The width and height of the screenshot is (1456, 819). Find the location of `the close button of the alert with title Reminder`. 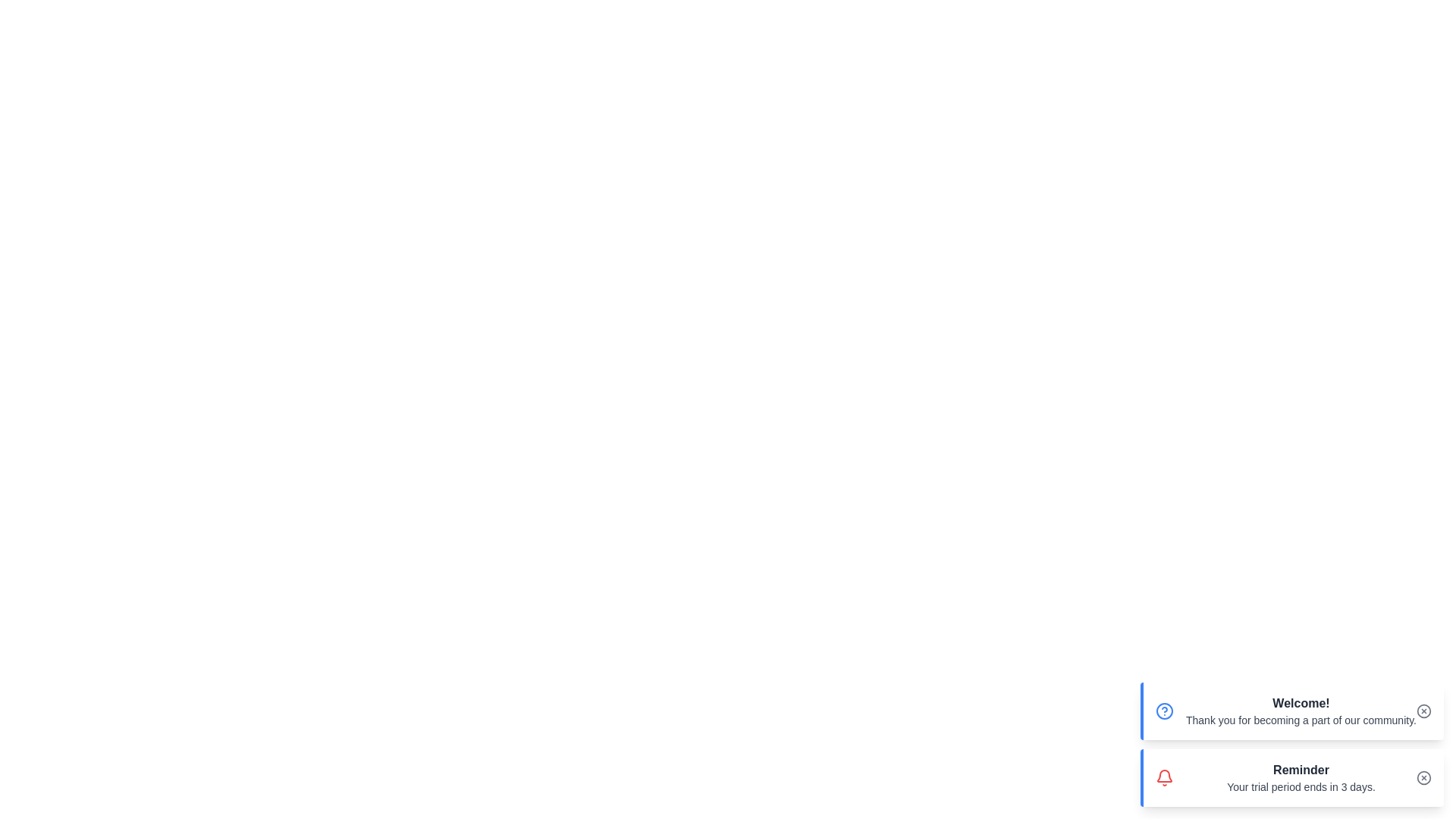

the close button of the alert with title Reminder is located at coordinates (1423, 778).